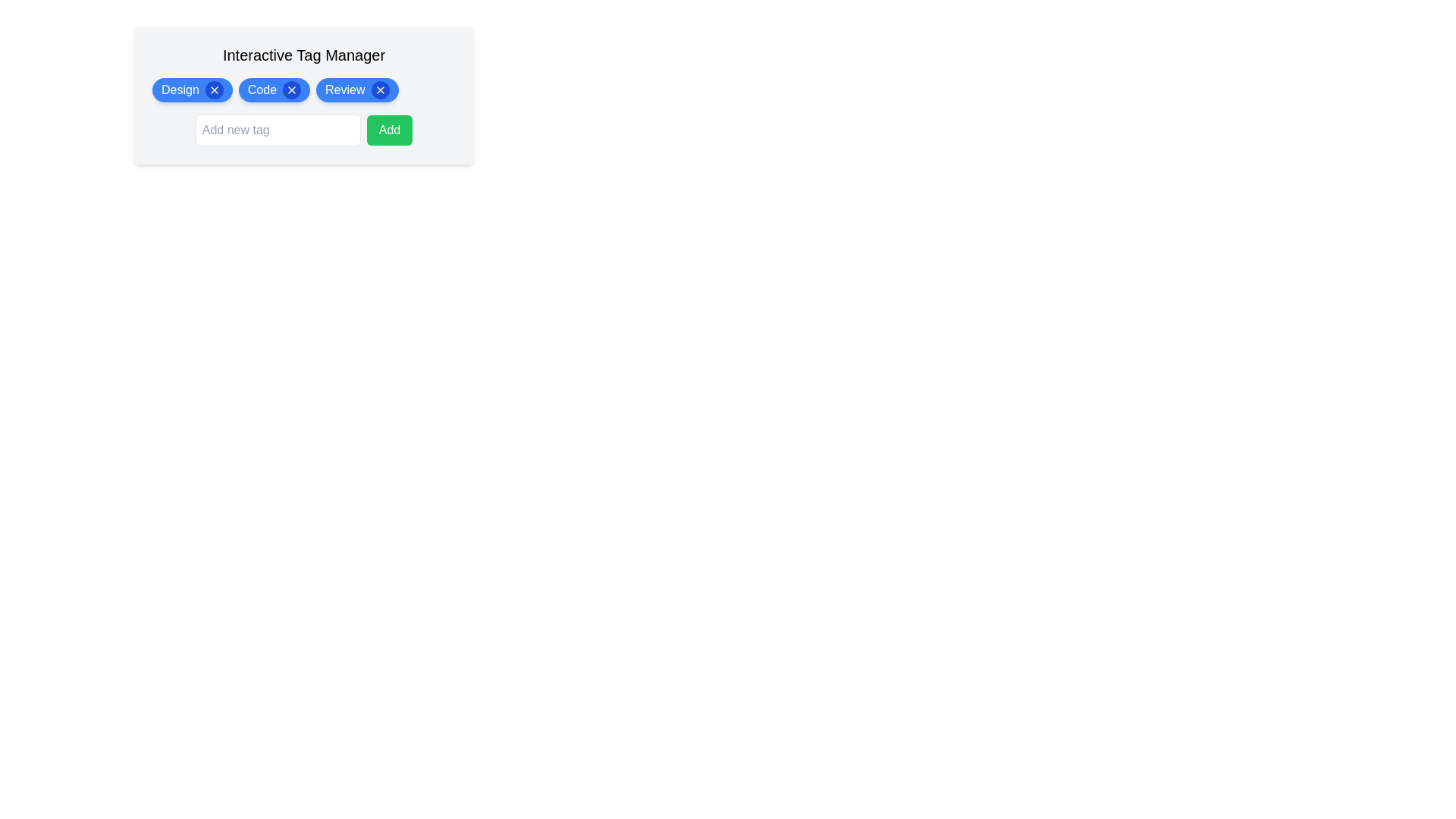  Describe the element at coordinates (344, 90) in the screenshot. I see `the third tag in the horizontally aligned group of tags, which is part of the tagging system below the title 'Interactive Tag Manager'` at that location.